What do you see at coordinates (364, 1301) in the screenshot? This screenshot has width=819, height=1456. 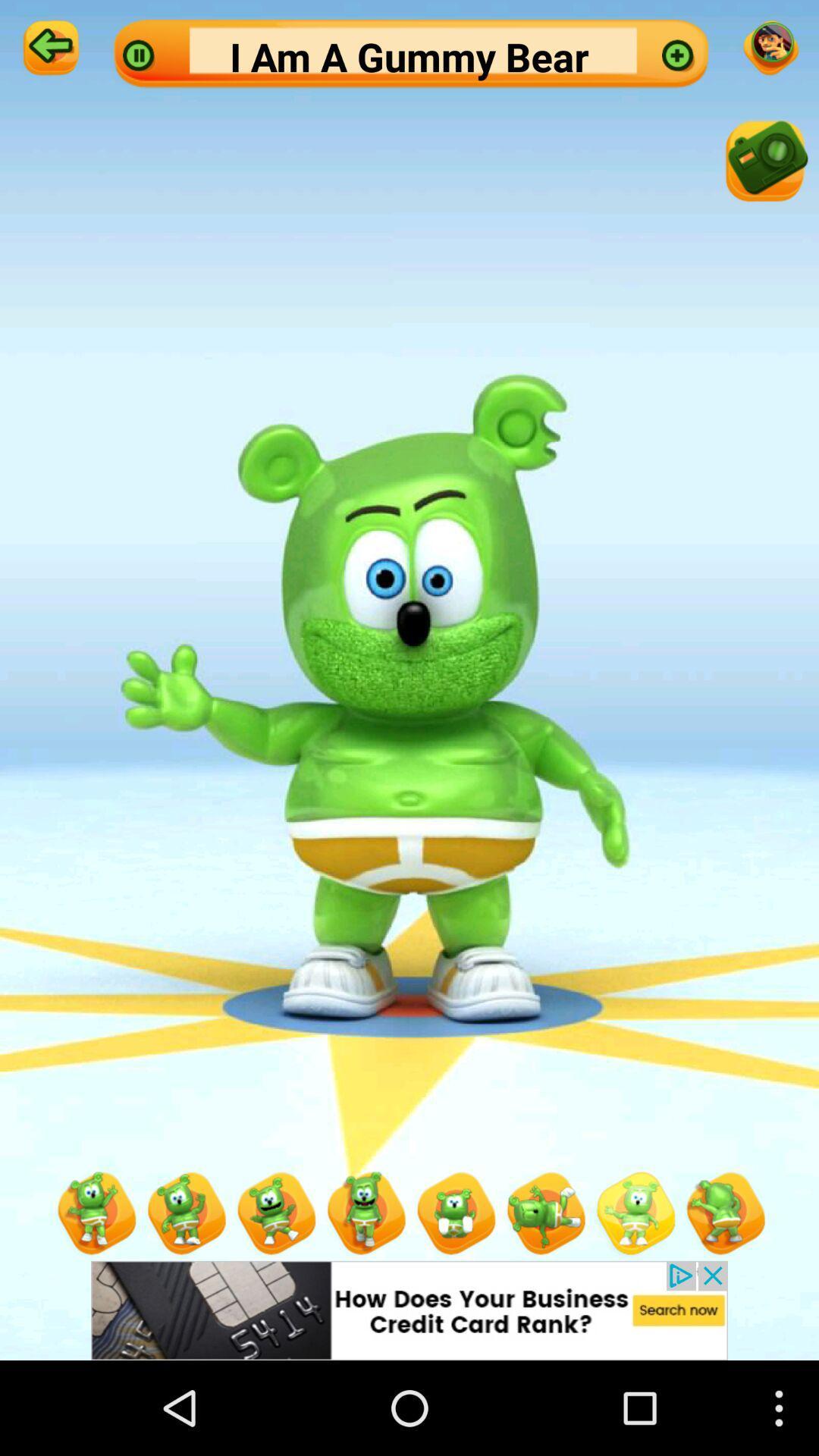 I see `the avatar icon` at bounding box center [364, 1301].